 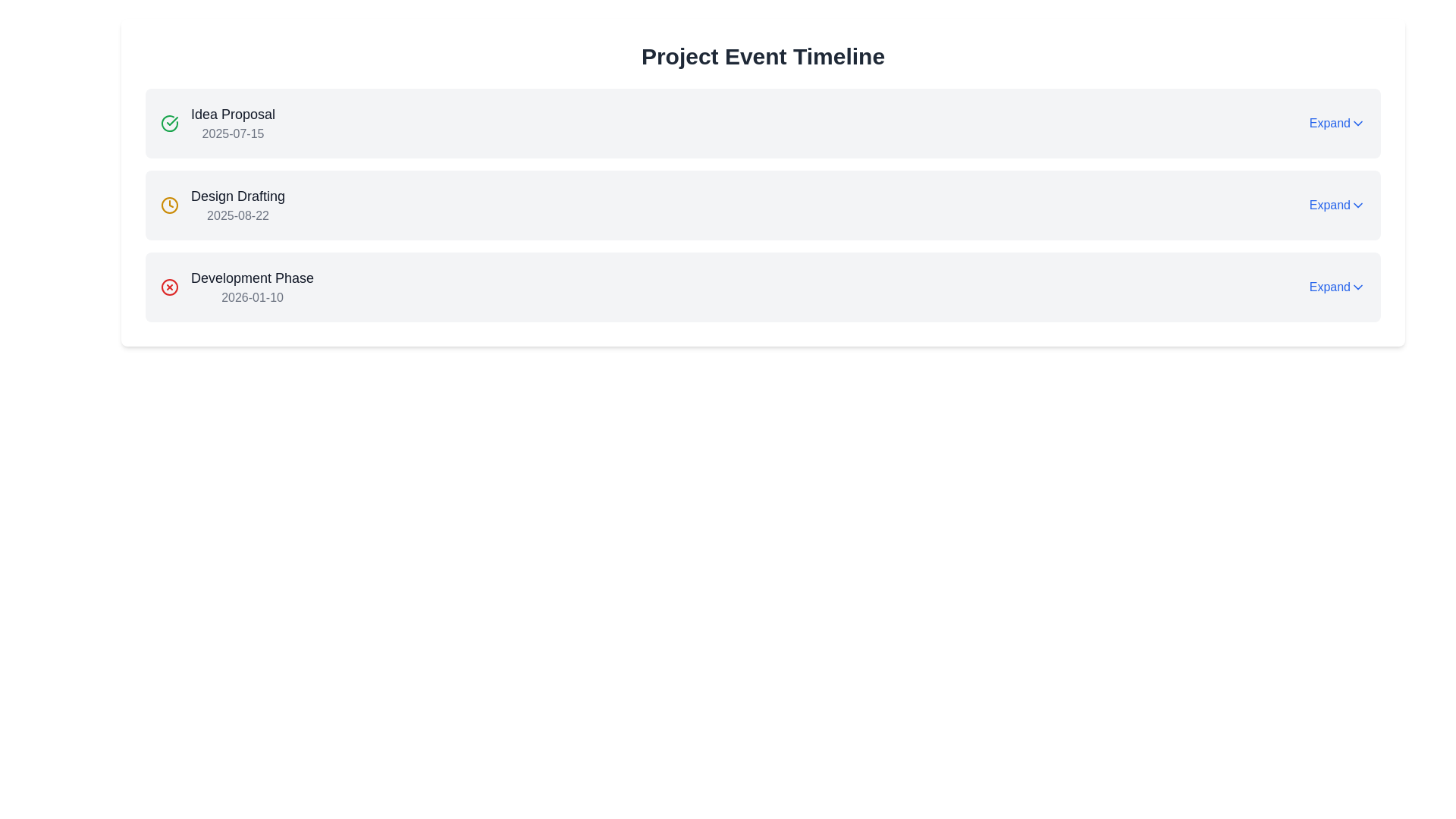 What do you see at coordinates (237, 205) in the screenshot?
I see `information displayed in the Text block that shows the event's title 'Design Drafting' and date '2025-08-22', which is located in the second row of the vertical list of events` at bounding box center [237, 205].